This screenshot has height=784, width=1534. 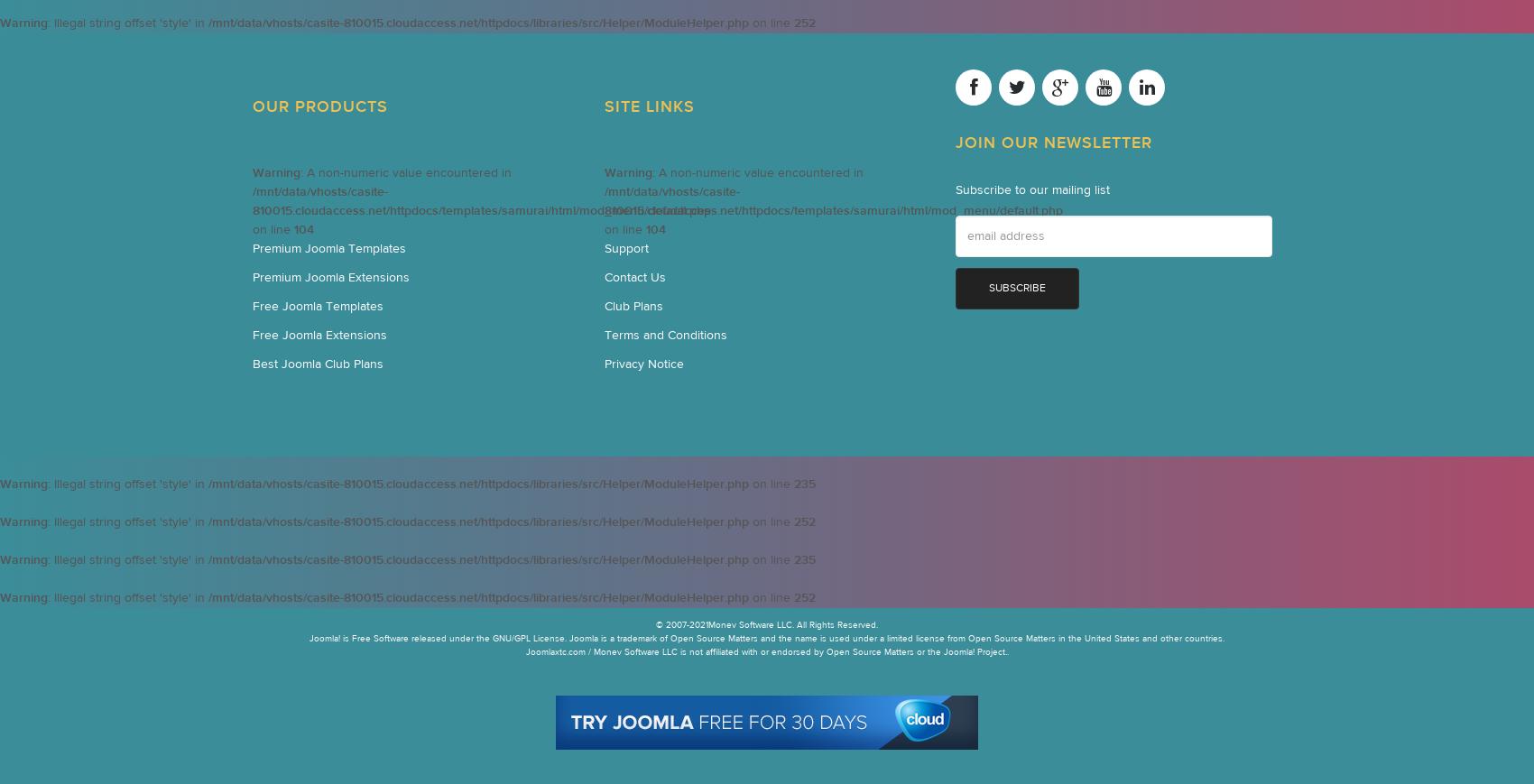 I want to click on 'Club Plans', so click(x=633, y=306).